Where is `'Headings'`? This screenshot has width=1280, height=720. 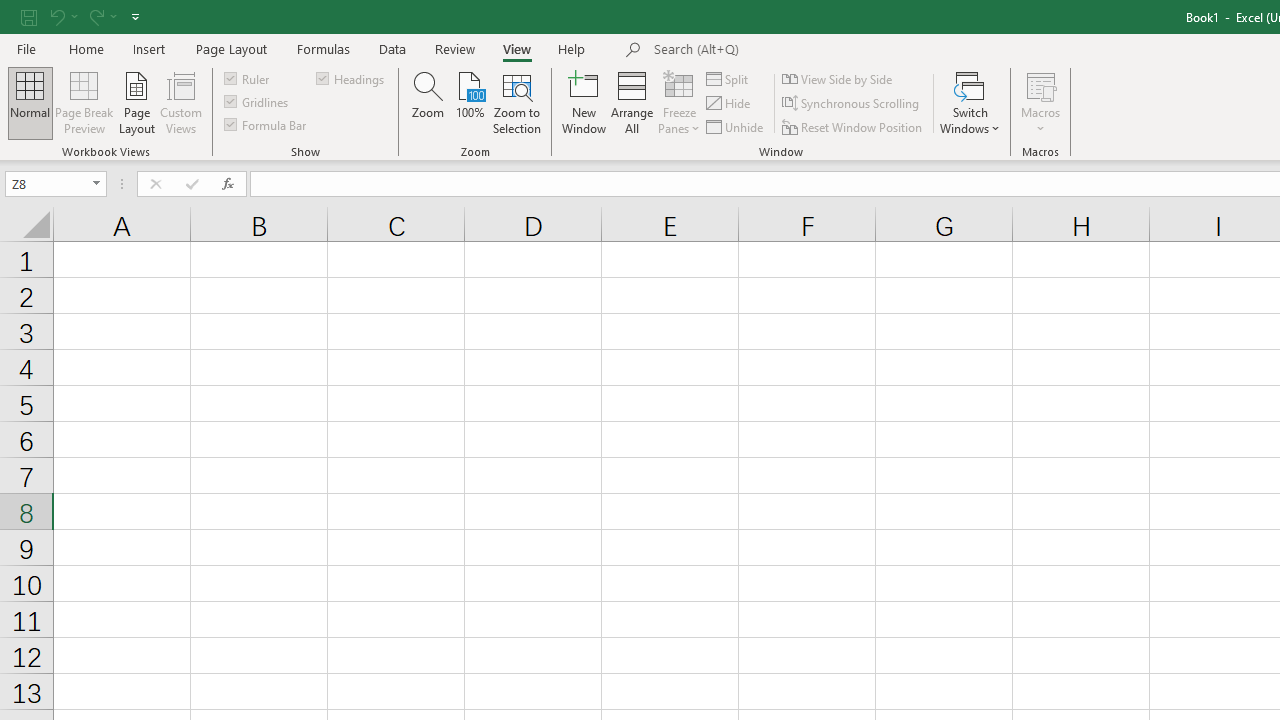
'Headings' is located at coordinates (352, 77).